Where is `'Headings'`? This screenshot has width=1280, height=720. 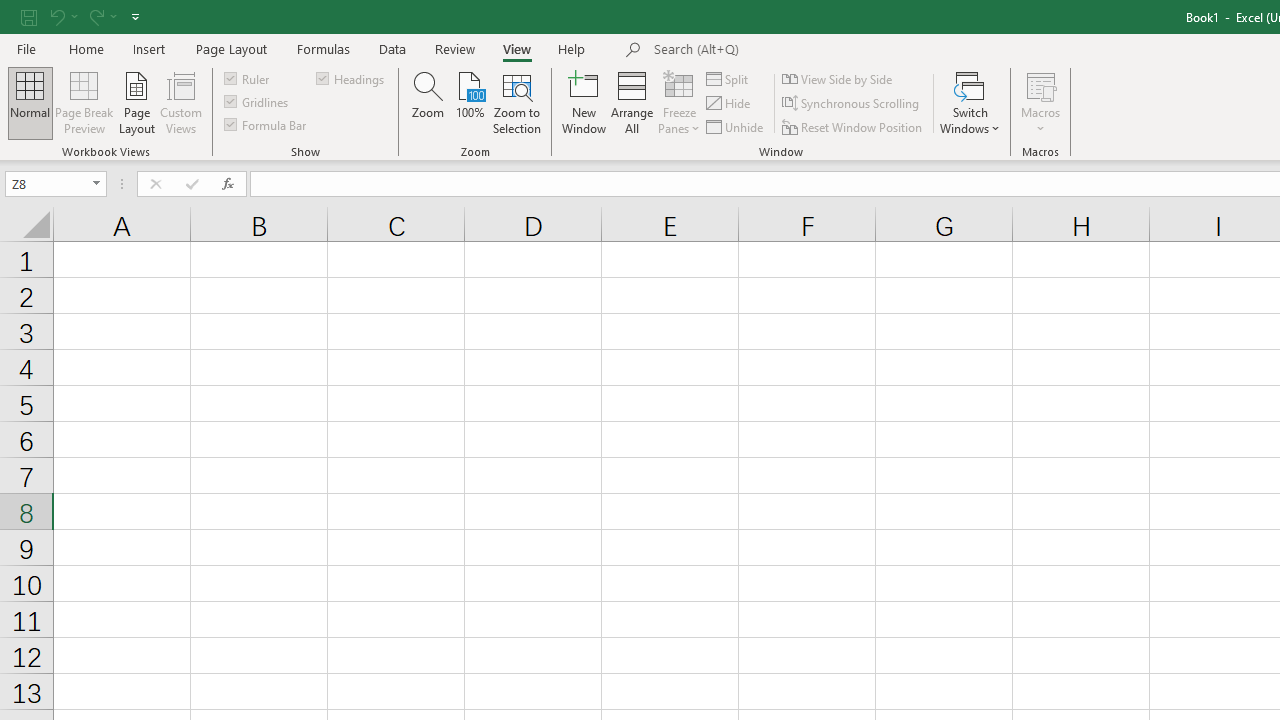
'Headings' is located at coordinates (352, 77).